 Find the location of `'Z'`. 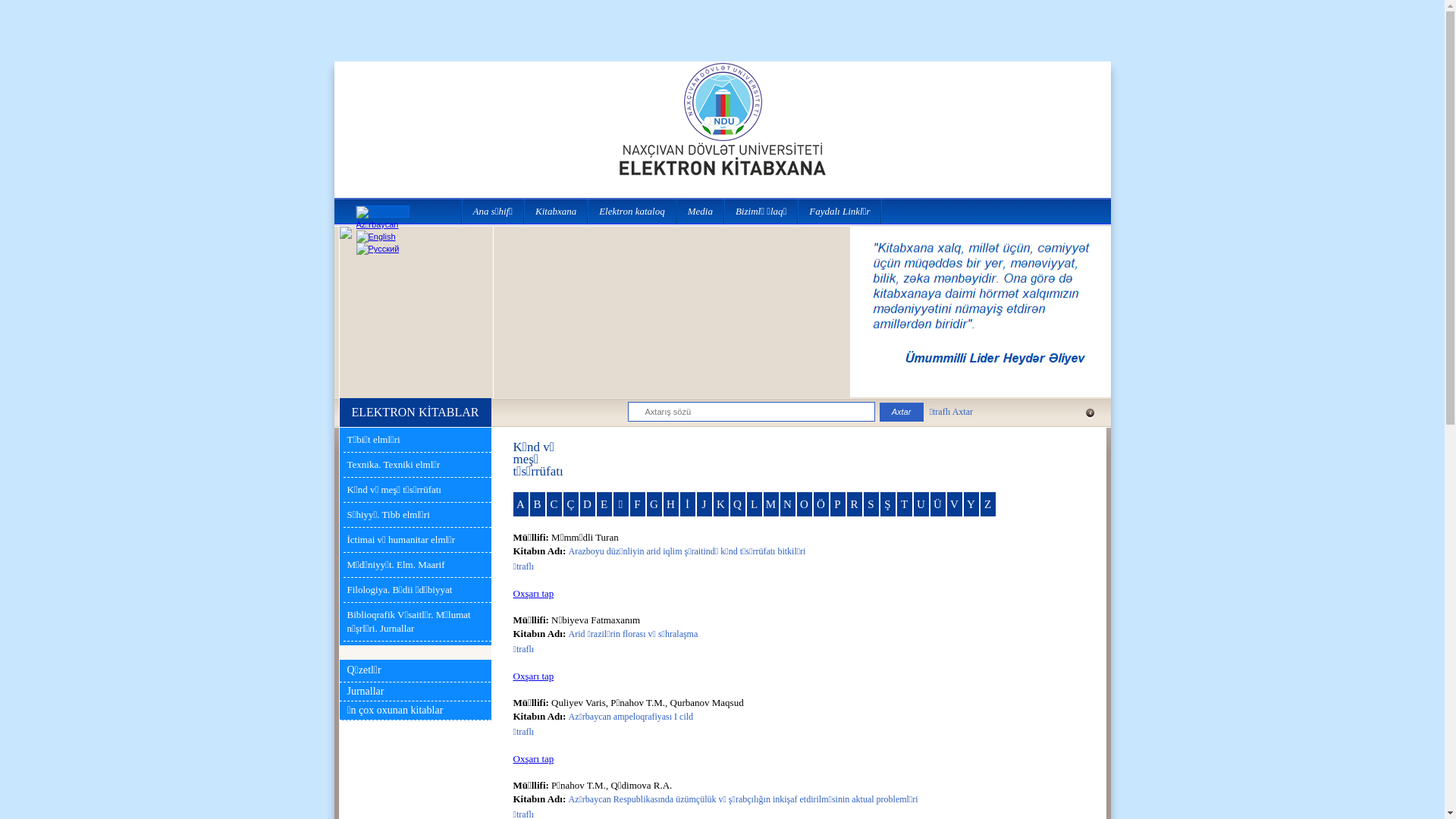

'Z' is located at coordinates (987, 504).